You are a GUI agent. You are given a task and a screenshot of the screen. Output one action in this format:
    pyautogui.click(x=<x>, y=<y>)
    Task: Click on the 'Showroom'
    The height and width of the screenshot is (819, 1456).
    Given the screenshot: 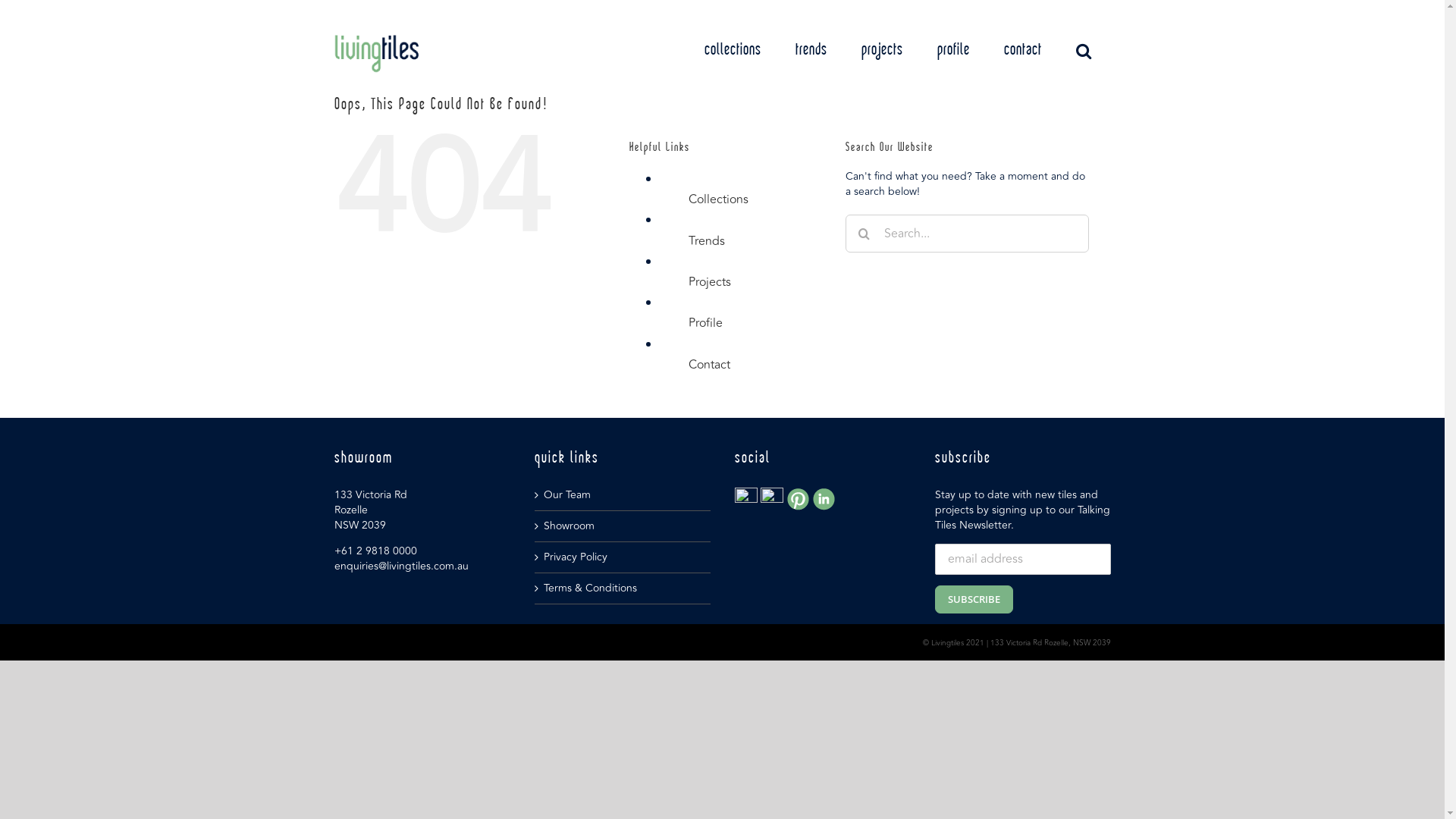 What is the action you would take?
    pyautogui.click(x=542, y=526)
    